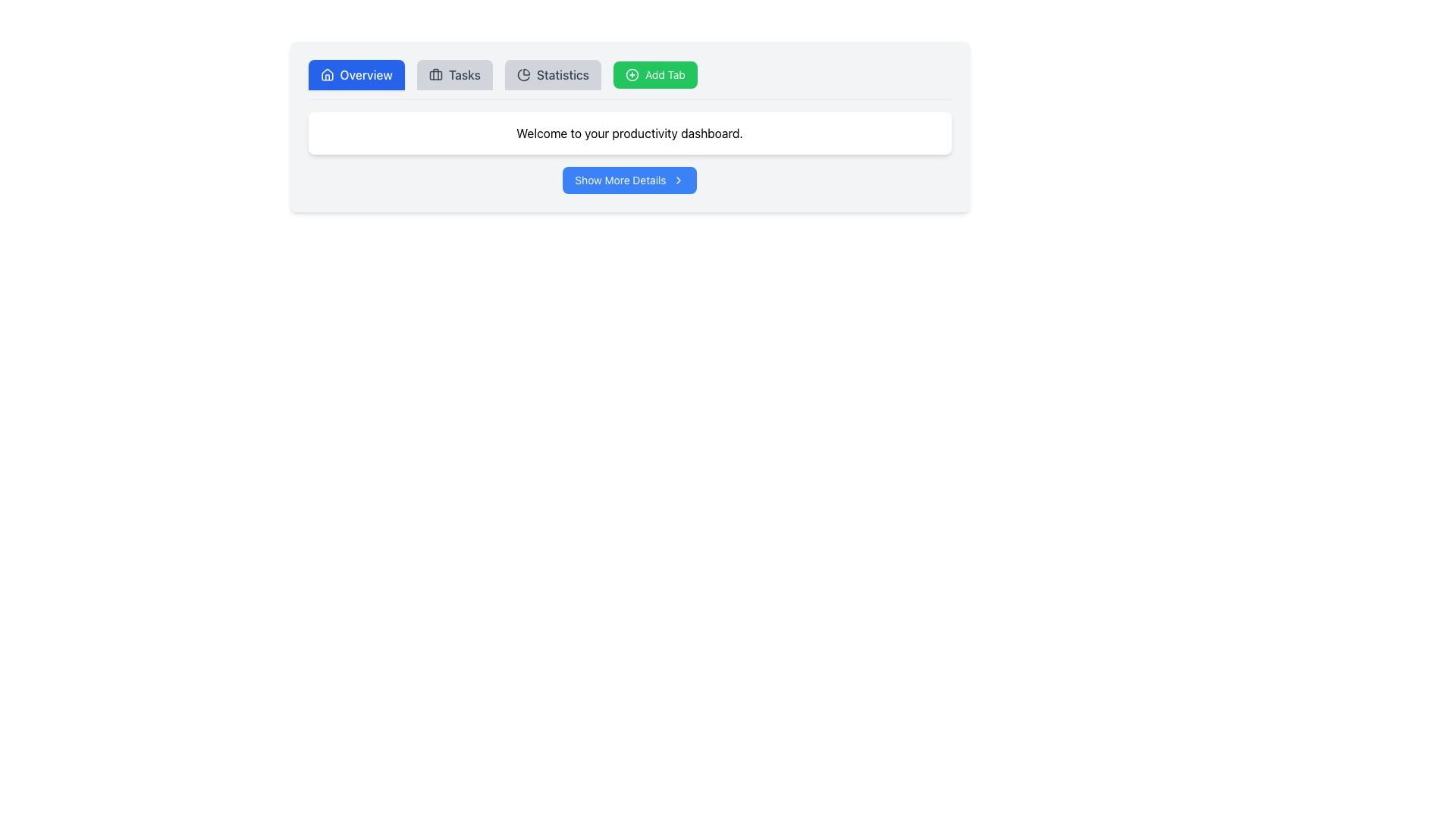 The width and height of the screenshot is (1456, 819). What do you see at coordinates (435, 75) in the screenshot?
I see `the SVG graphic element that is part of the 'Tasks' button icon located in the toolbar at the top of the page` at bounding box center [435, 75].